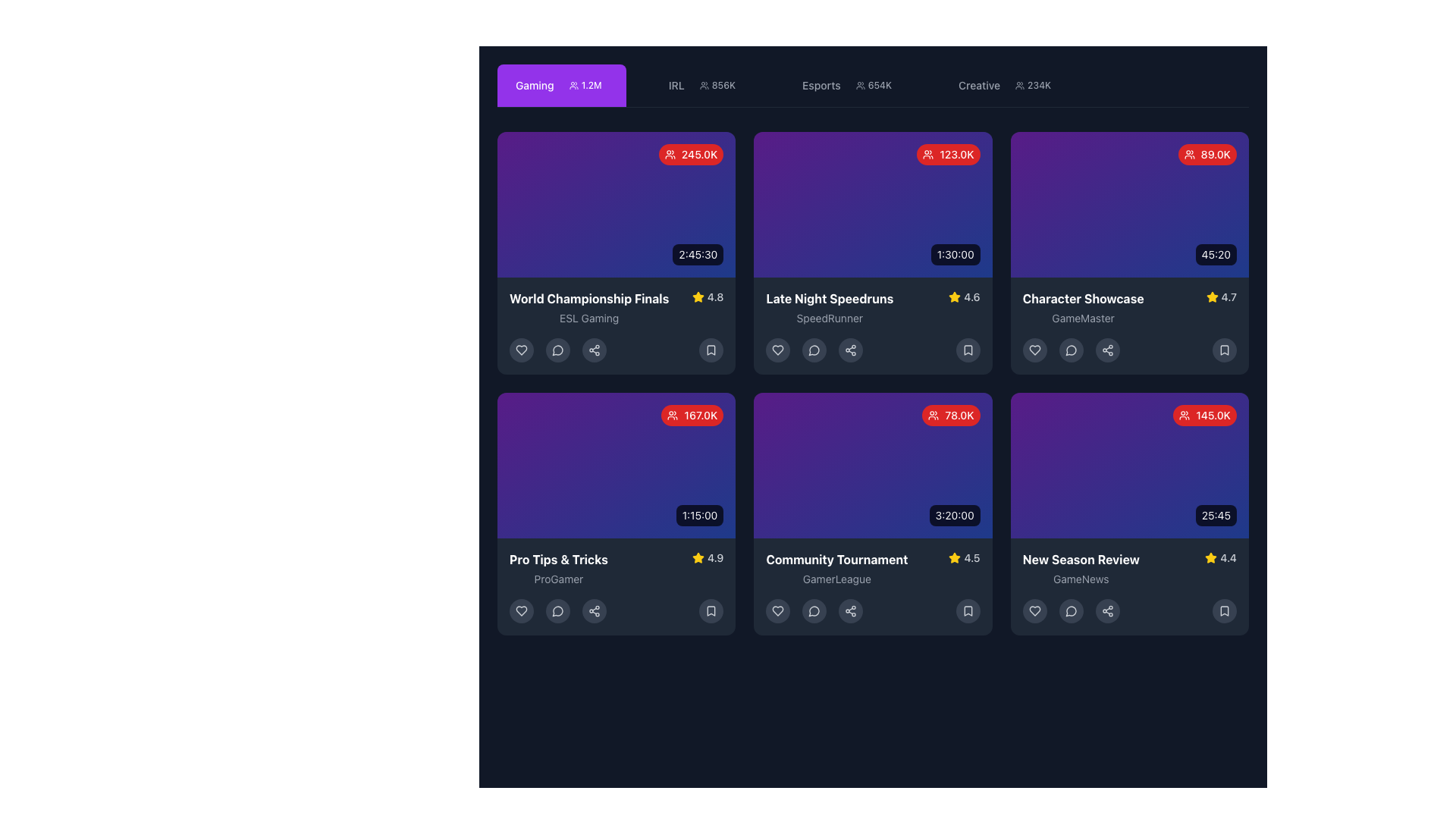 The height and width of the screenshot is (819, 1456). I want to click on the 'Esports' tab item in the navigation menu to change its appearance, so click(873, 85).